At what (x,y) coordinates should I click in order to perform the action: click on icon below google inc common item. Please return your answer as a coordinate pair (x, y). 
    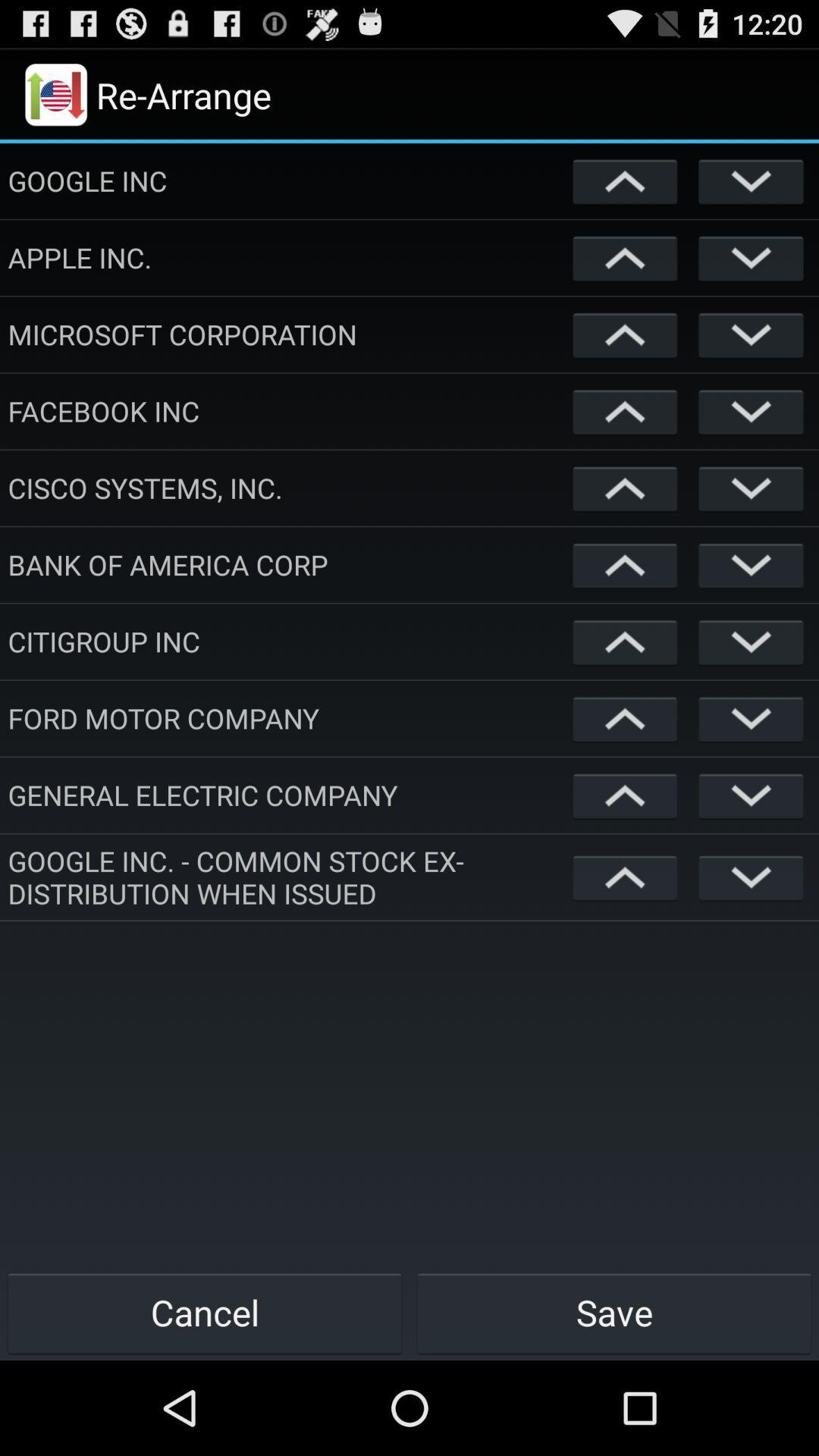
    Looking at the image, I should click on (614, 1312).